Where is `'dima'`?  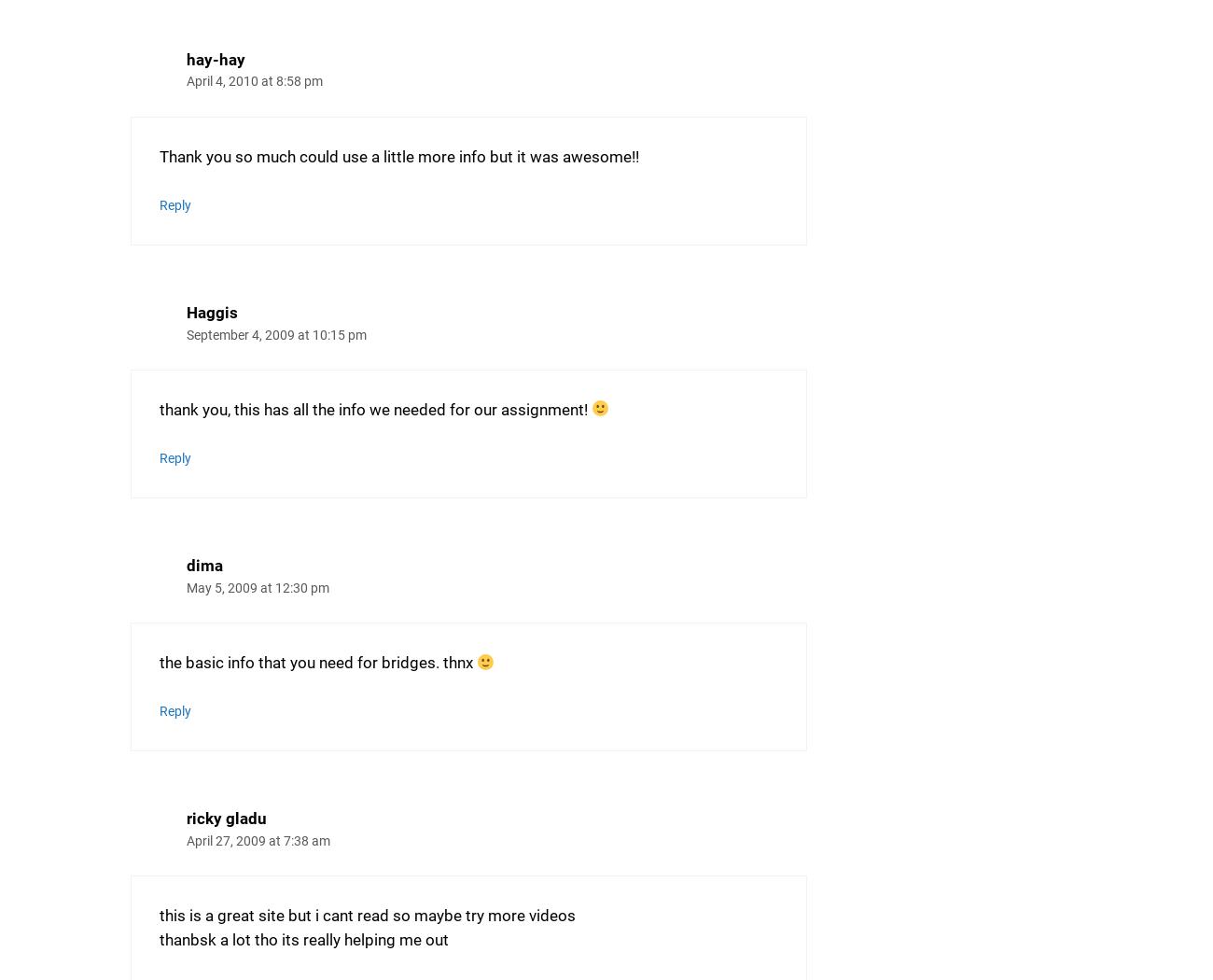
'dima' is located at coordinates (203, 565).